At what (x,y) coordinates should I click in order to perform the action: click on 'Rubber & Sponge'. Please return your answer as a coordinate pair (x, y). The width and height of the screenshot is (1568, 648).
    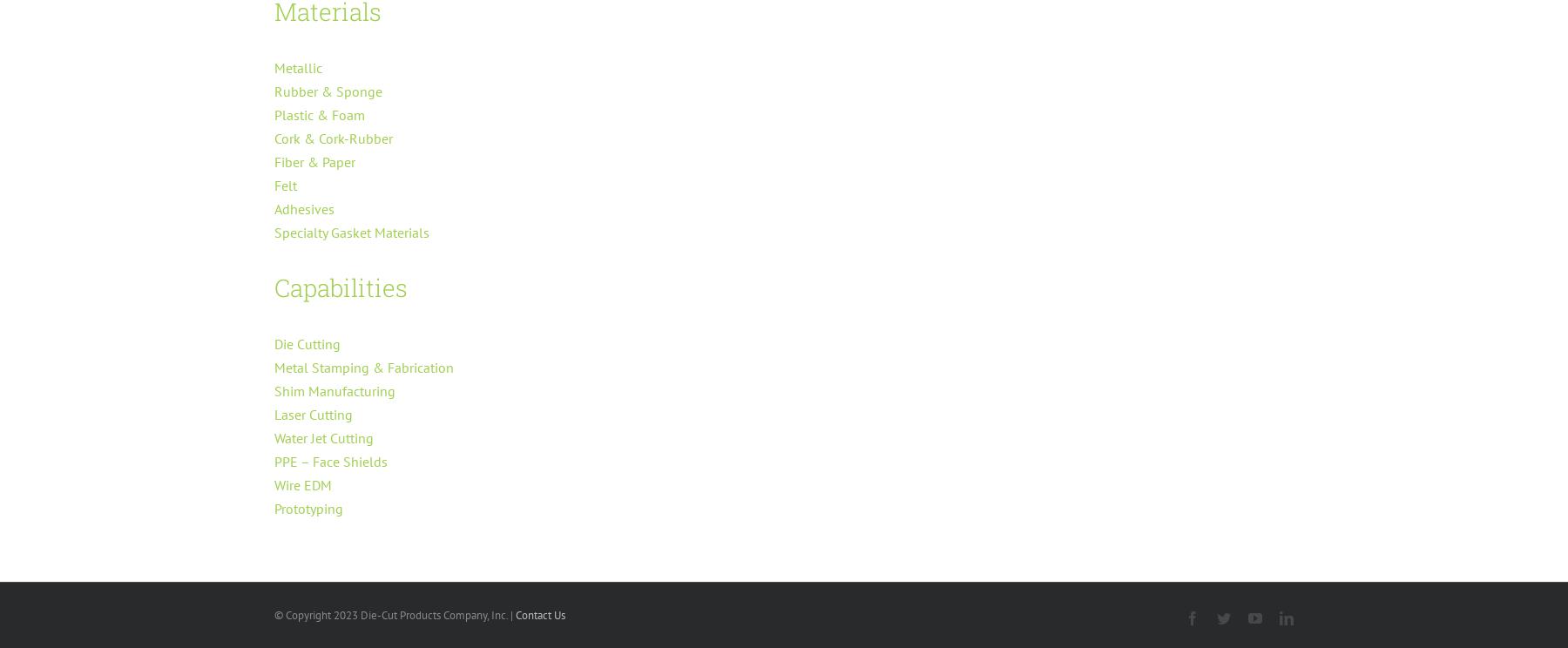
    Looking at the image, I should click on (328, 90).